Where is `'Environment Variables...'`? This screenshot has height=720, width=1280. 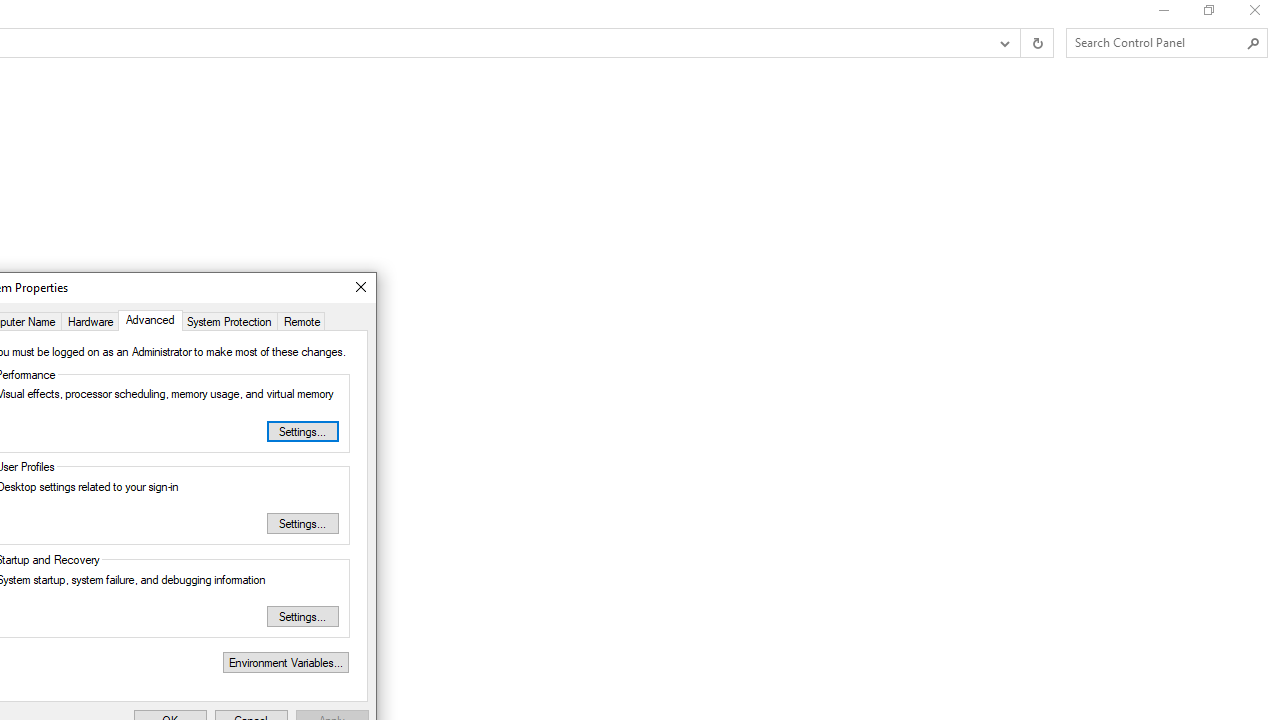
'Environment Variables...' is located at coordinates (284, 662).